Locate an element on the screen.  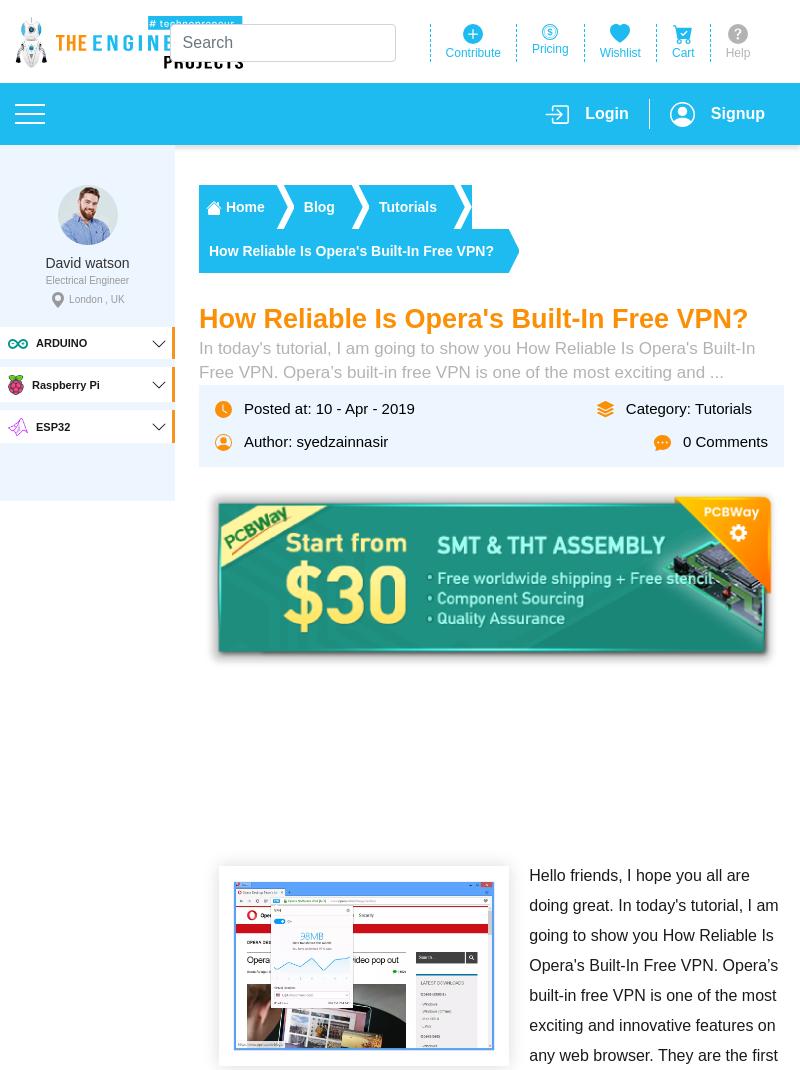
'0 Comments' is located at coordinates (682, 440).